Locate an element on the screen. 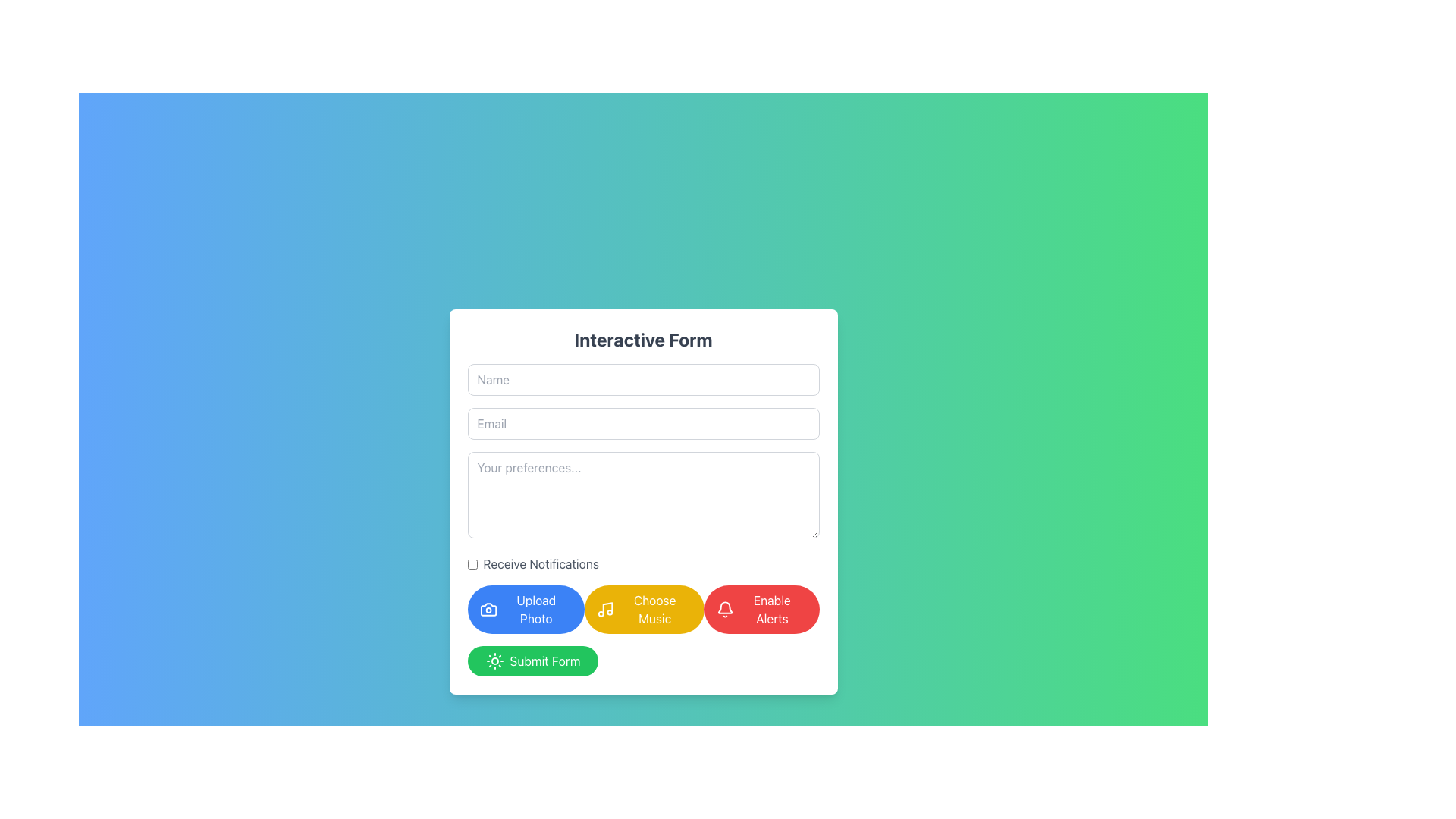 This screenshot has width=1456, height=819. the Text Label that indicates the action triggered by the submit button, which is visually distinct within a green rounded button at the bottom of the form is located at coordinates (545, 660).